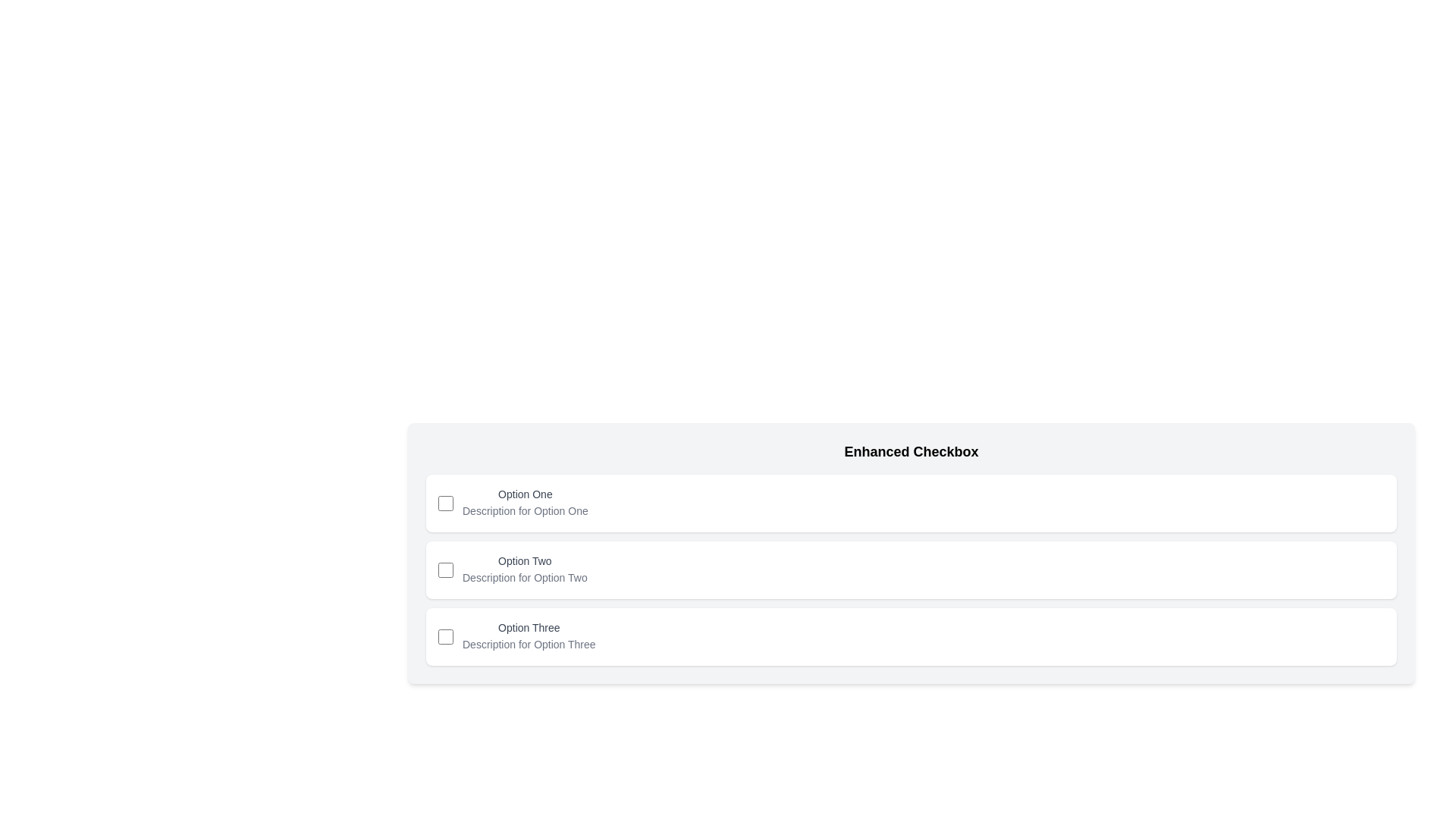 This screenshot has width=1456, height=819. What do you see at coordinates (445, 503) in the screenshot?
I see `the checkbox with a blue outline located to the left of the text 'Option One'` at bounding box center [445, 503].